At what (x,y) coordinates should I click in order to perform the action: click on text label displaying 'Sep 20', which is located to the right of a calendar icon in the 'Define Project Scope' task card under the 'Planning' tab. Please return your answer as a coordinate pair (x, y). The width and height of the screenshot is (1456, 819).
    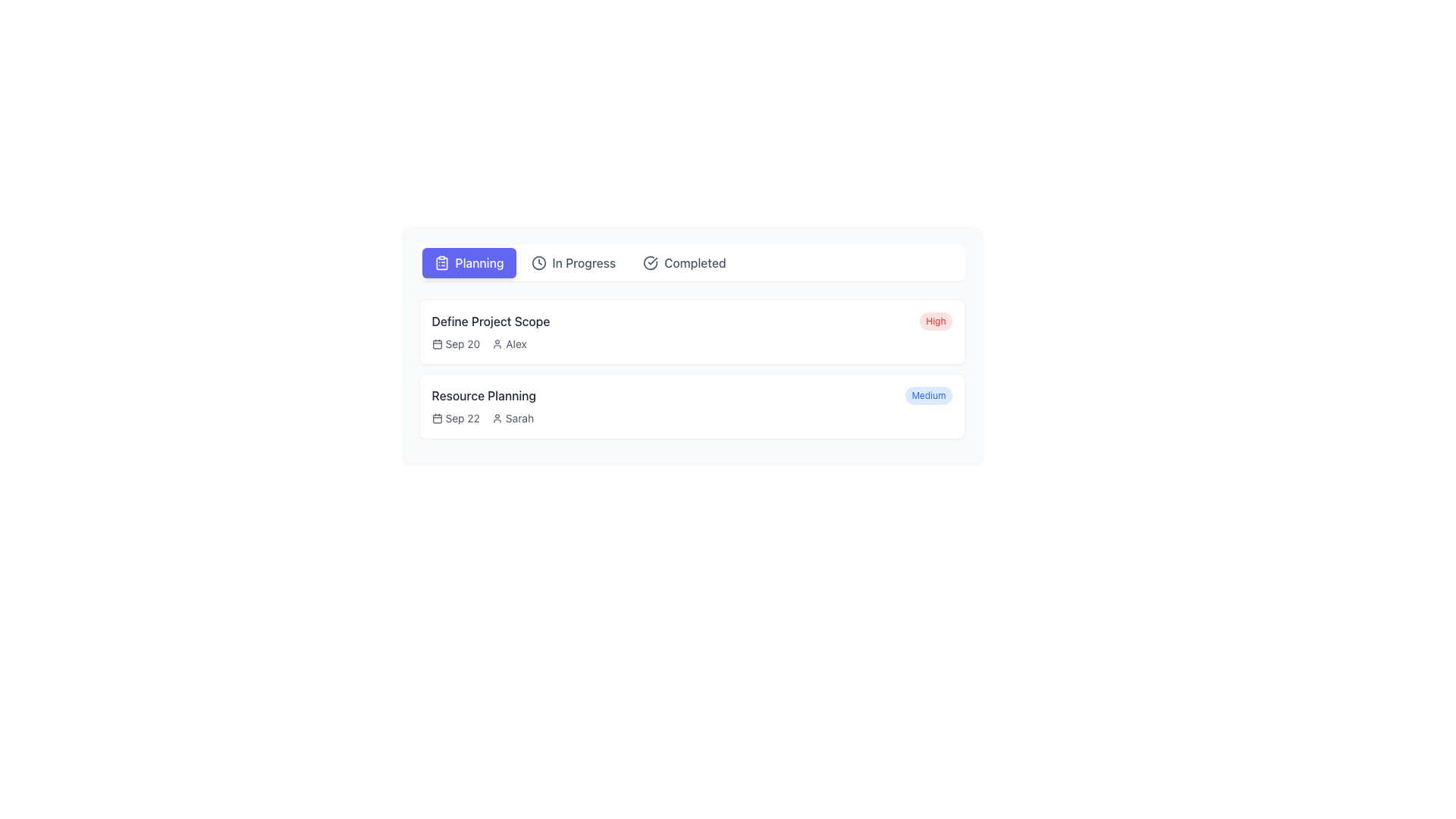
    Looking at the image, I should click on (462, 344).